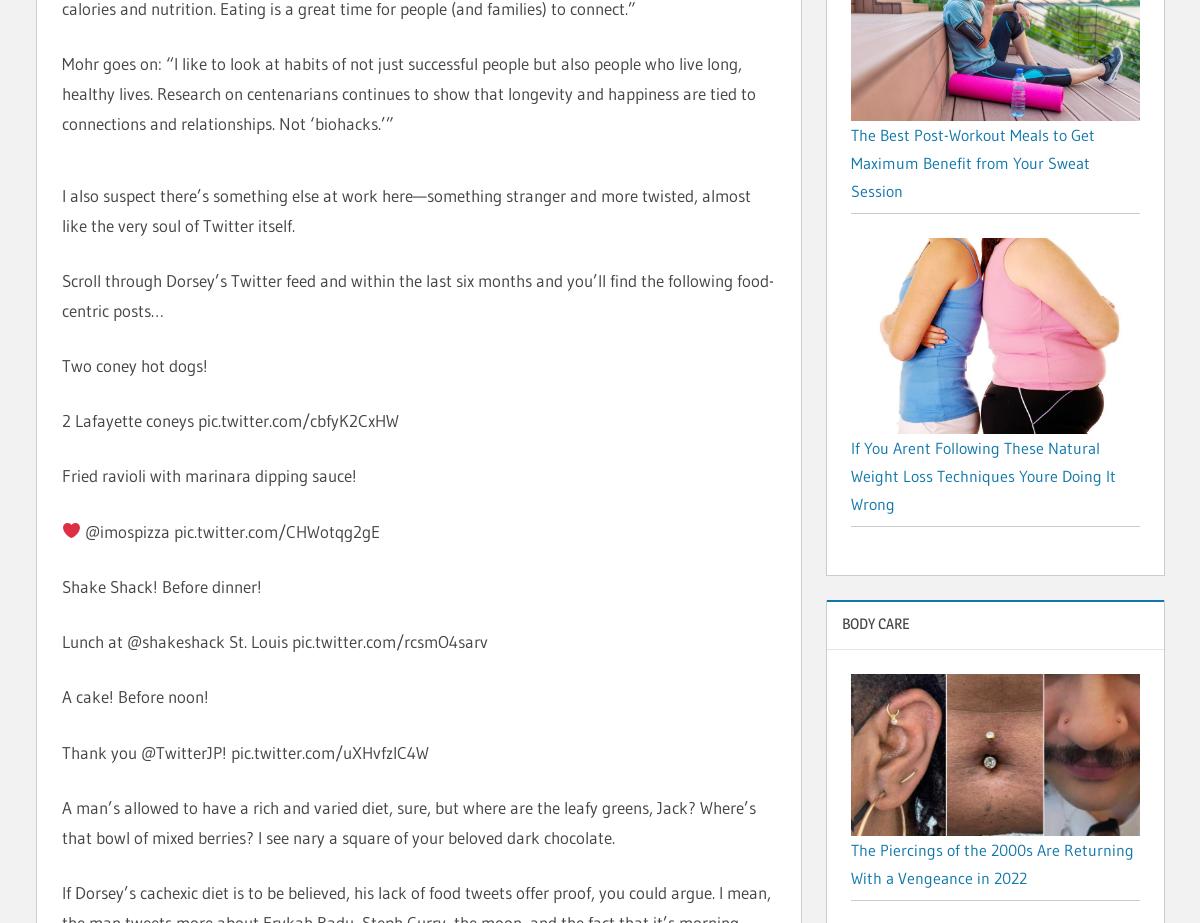 The image size is (1200, 923). Describe the element at coordinates (135, 695) in the screenshot. I see `'A cake! Before noon!'` at that location.